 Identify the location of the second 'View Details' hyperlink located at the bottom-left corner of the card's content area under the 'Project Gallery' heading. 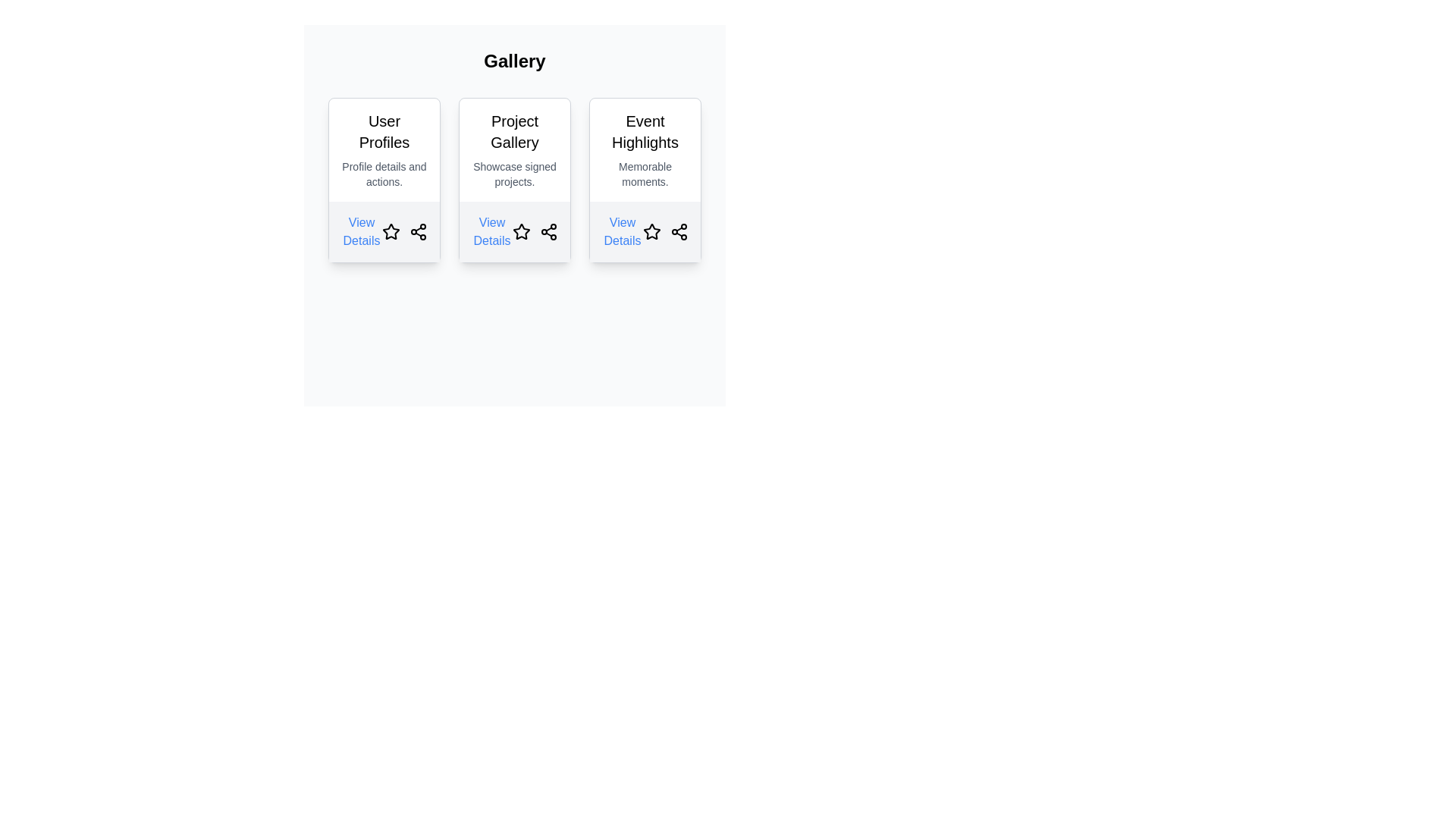
(491, 231).